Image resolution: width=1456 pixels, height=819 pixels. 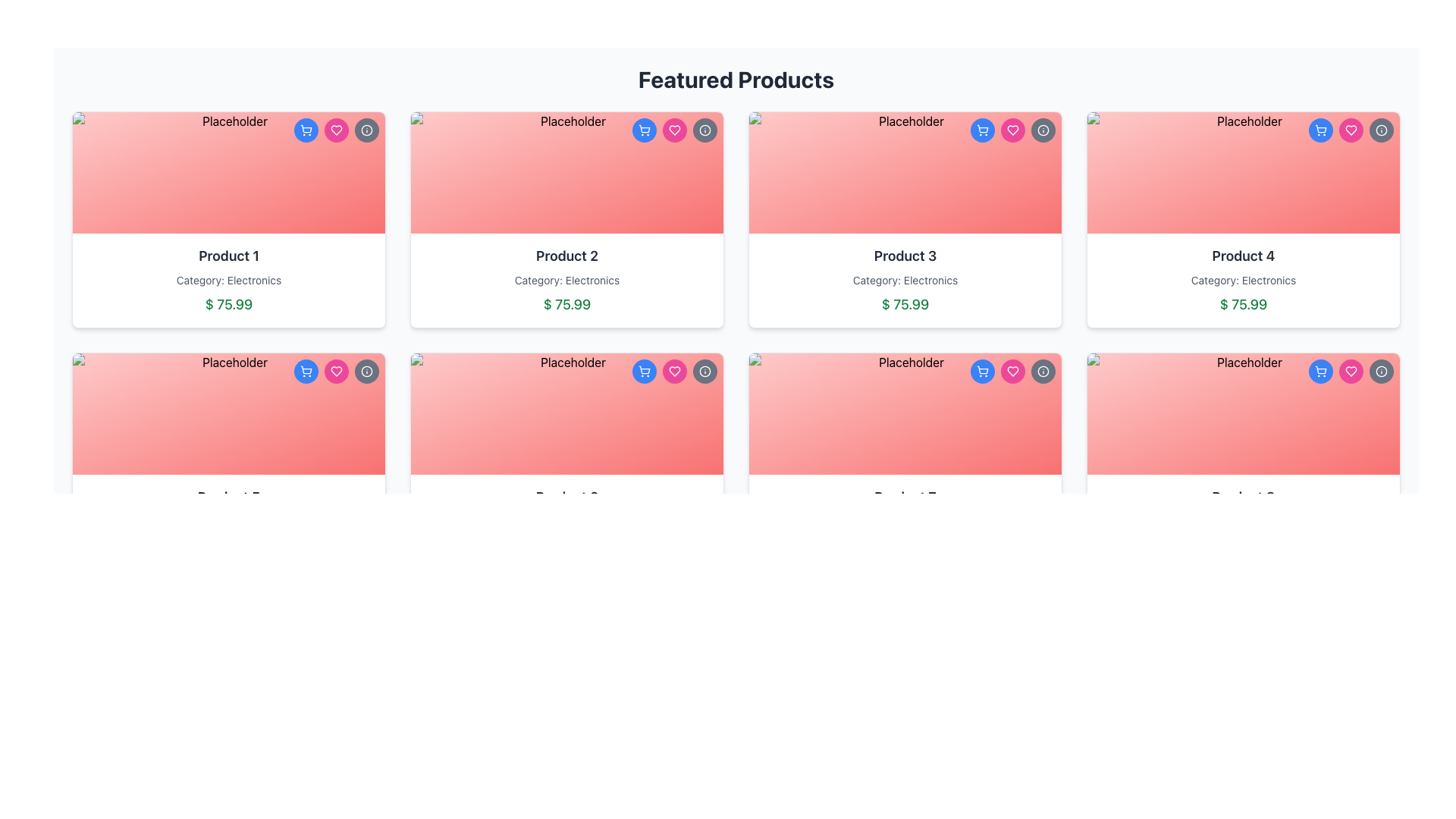 I want to click on the heart-shaped icon filled with a pink shade located at the top right corner of the 'Product 1' card, so click(x=336, y=371).